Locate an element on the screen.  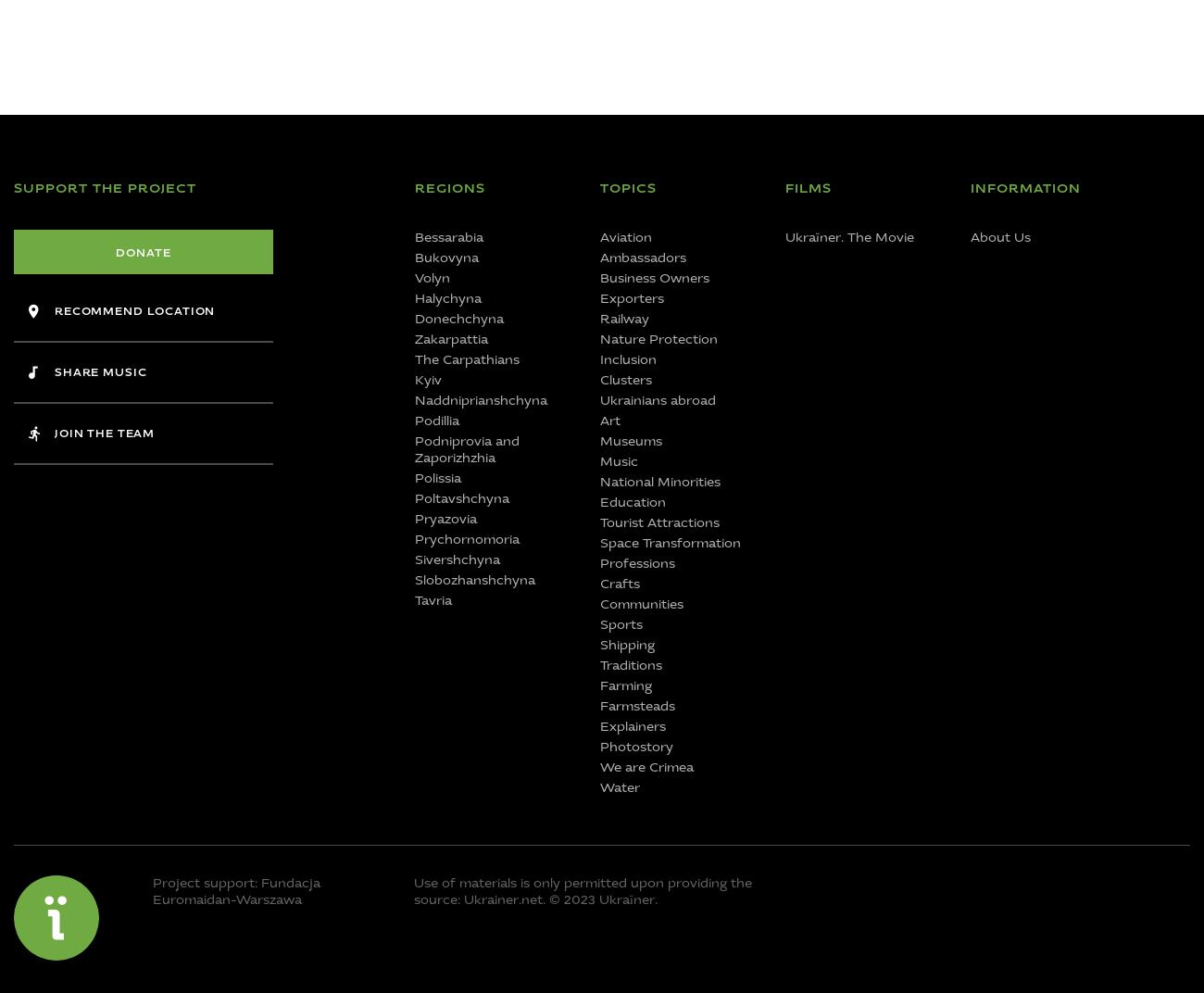
'Halychyna' is located at coordinates (446, 297).